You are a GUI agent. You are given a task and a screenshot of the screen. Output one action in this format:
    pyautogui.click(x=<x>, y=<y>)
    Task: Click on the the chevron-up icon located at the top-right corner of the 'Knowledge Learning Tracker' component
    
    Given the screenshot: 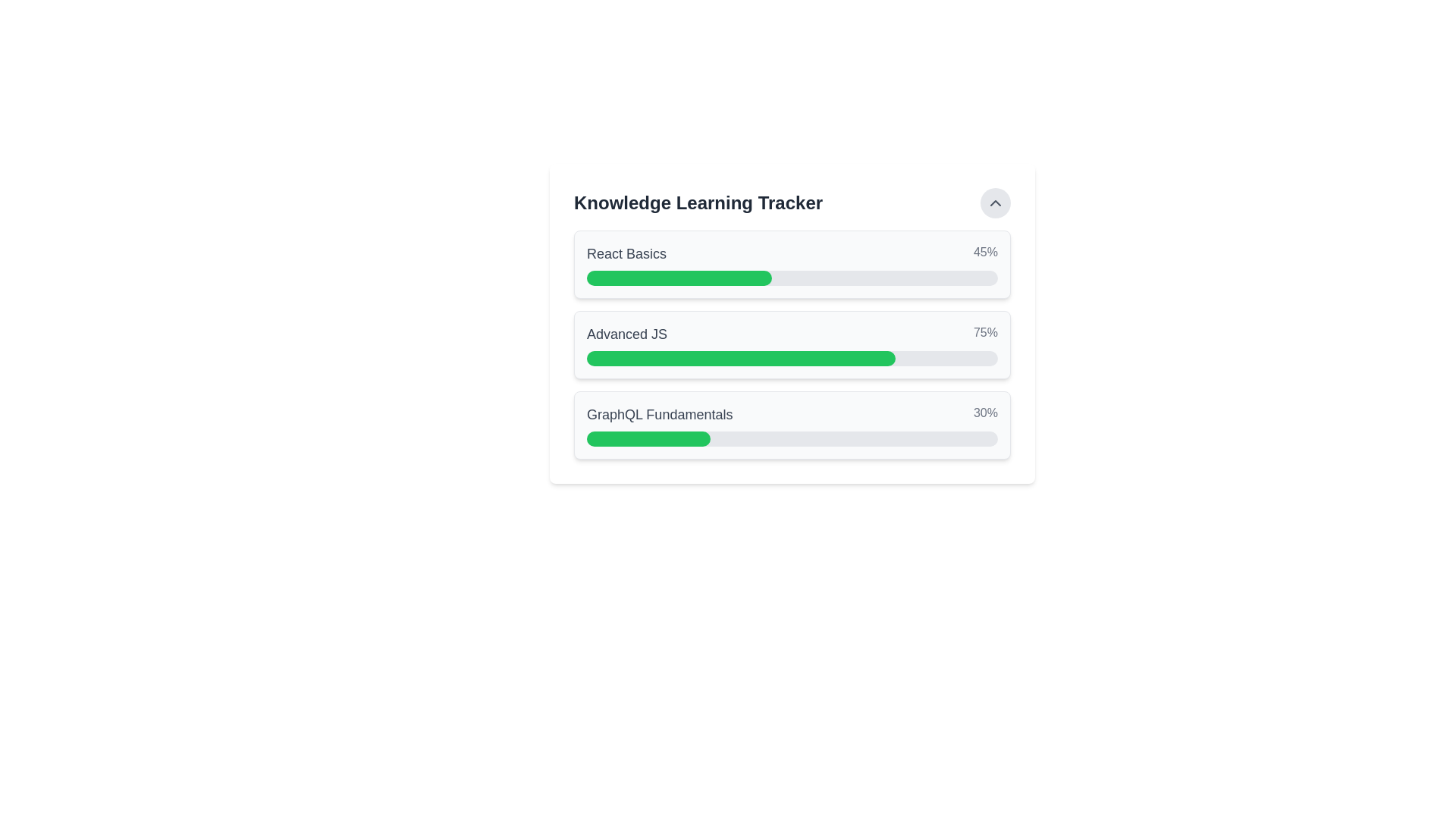 What is the action you would take?
    pyautogui.click(x=996, y=202)
    